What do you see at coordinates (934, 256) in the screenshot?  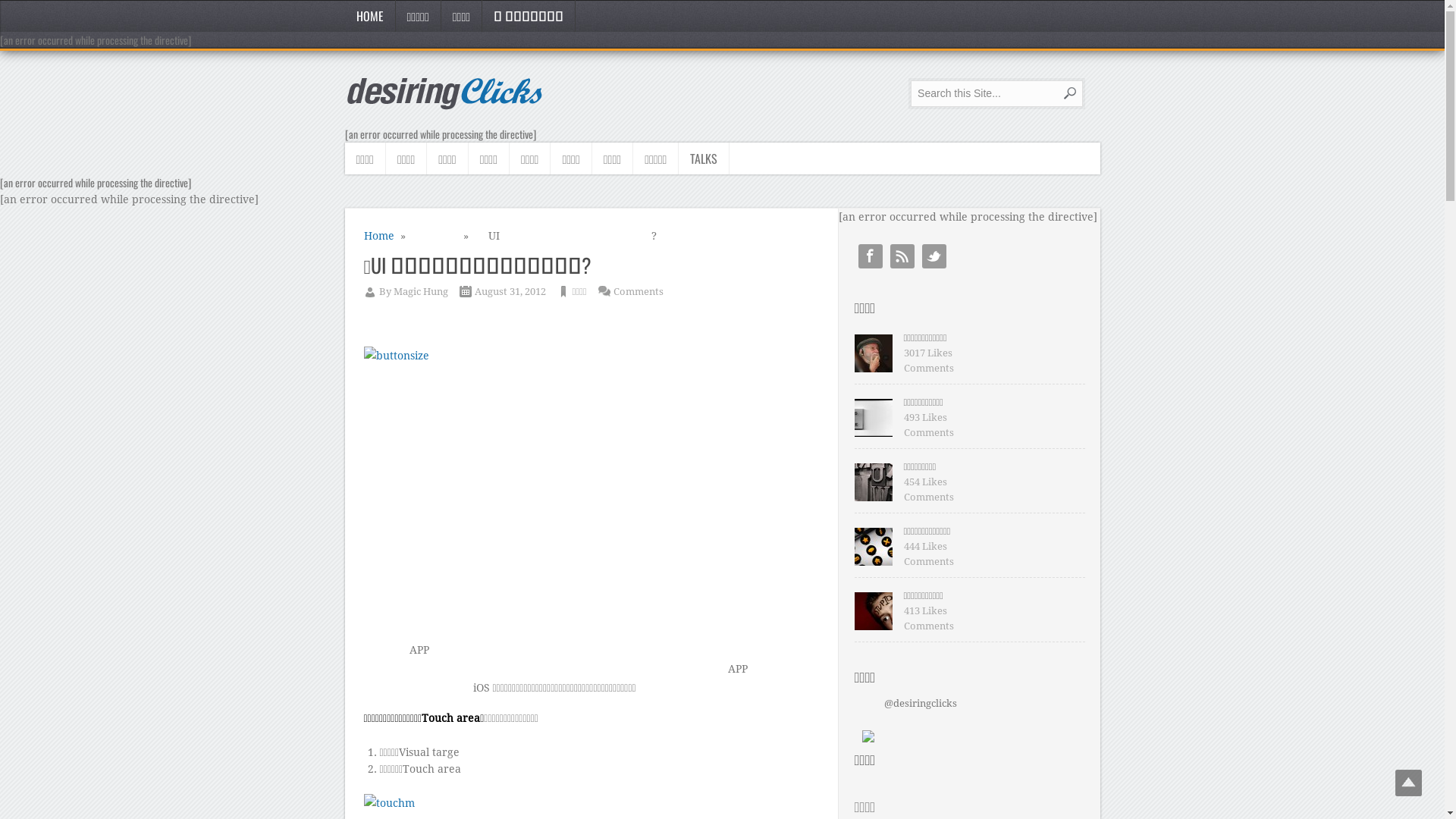 I see `'Twitter'` at bounding box center [934, 256].